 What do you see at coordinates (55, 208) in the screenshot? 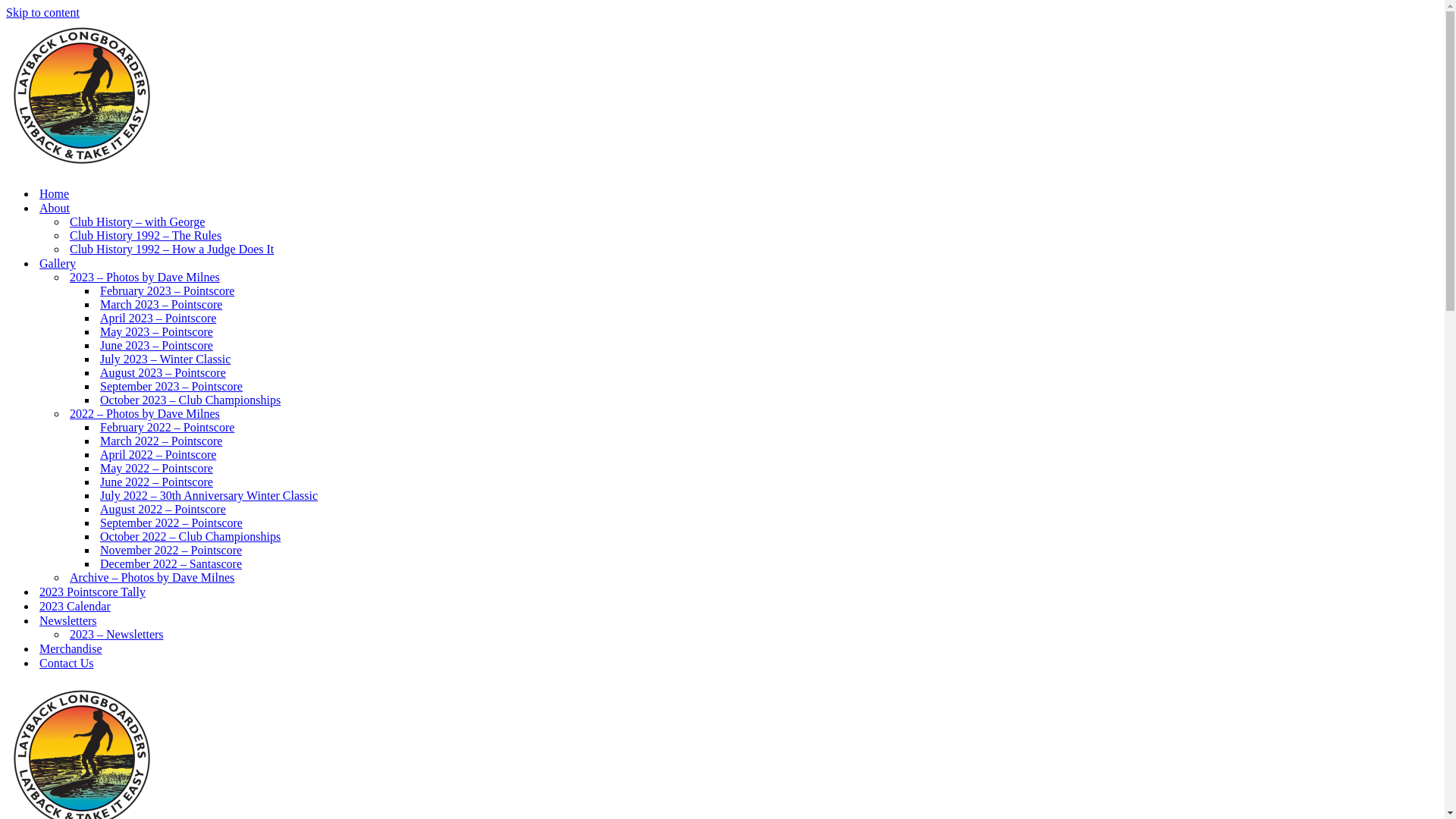
I see `'About'` at bounding box center [55, 208].